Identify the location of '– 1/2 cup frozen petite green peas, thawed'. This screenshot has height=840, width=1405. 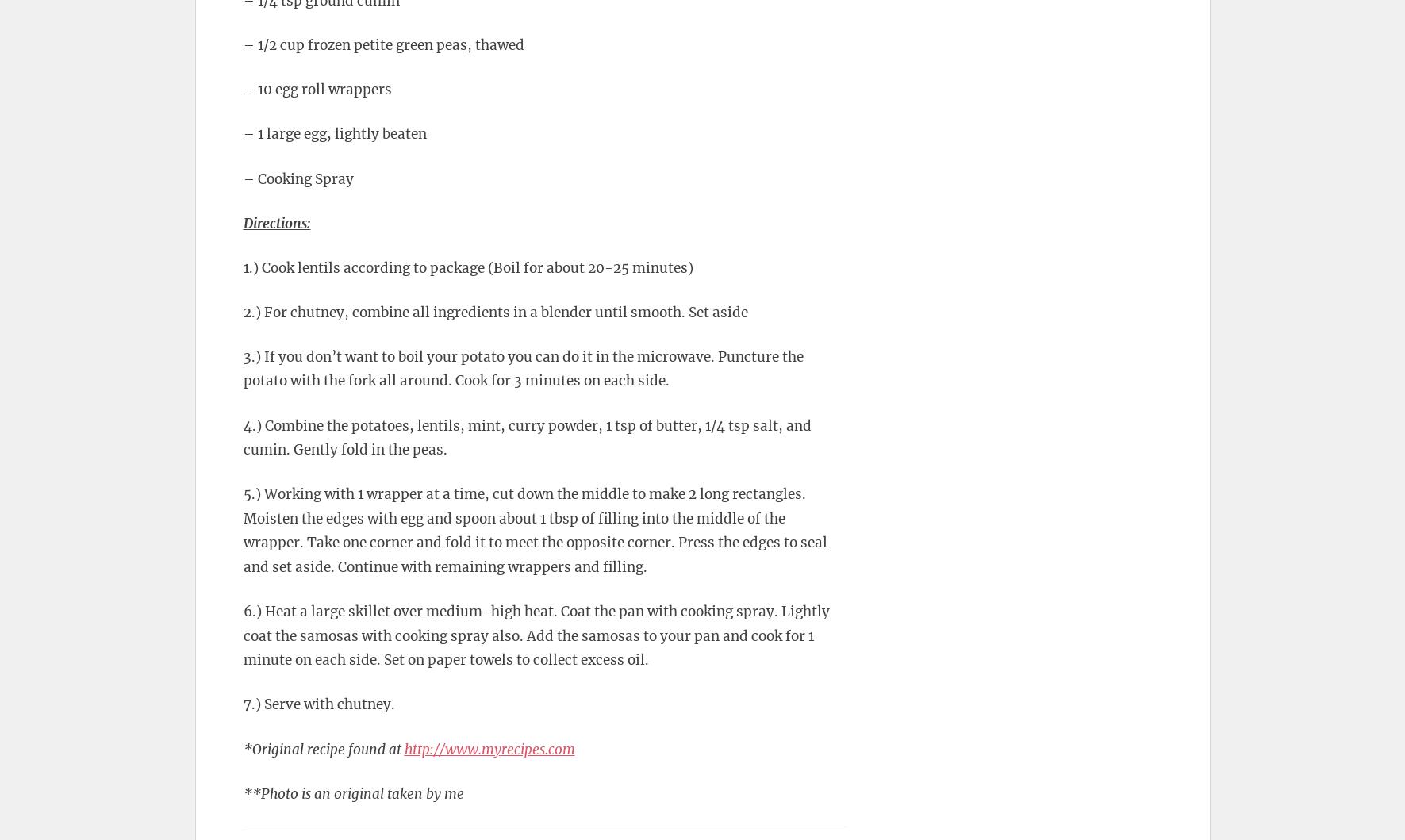
(382, 44).